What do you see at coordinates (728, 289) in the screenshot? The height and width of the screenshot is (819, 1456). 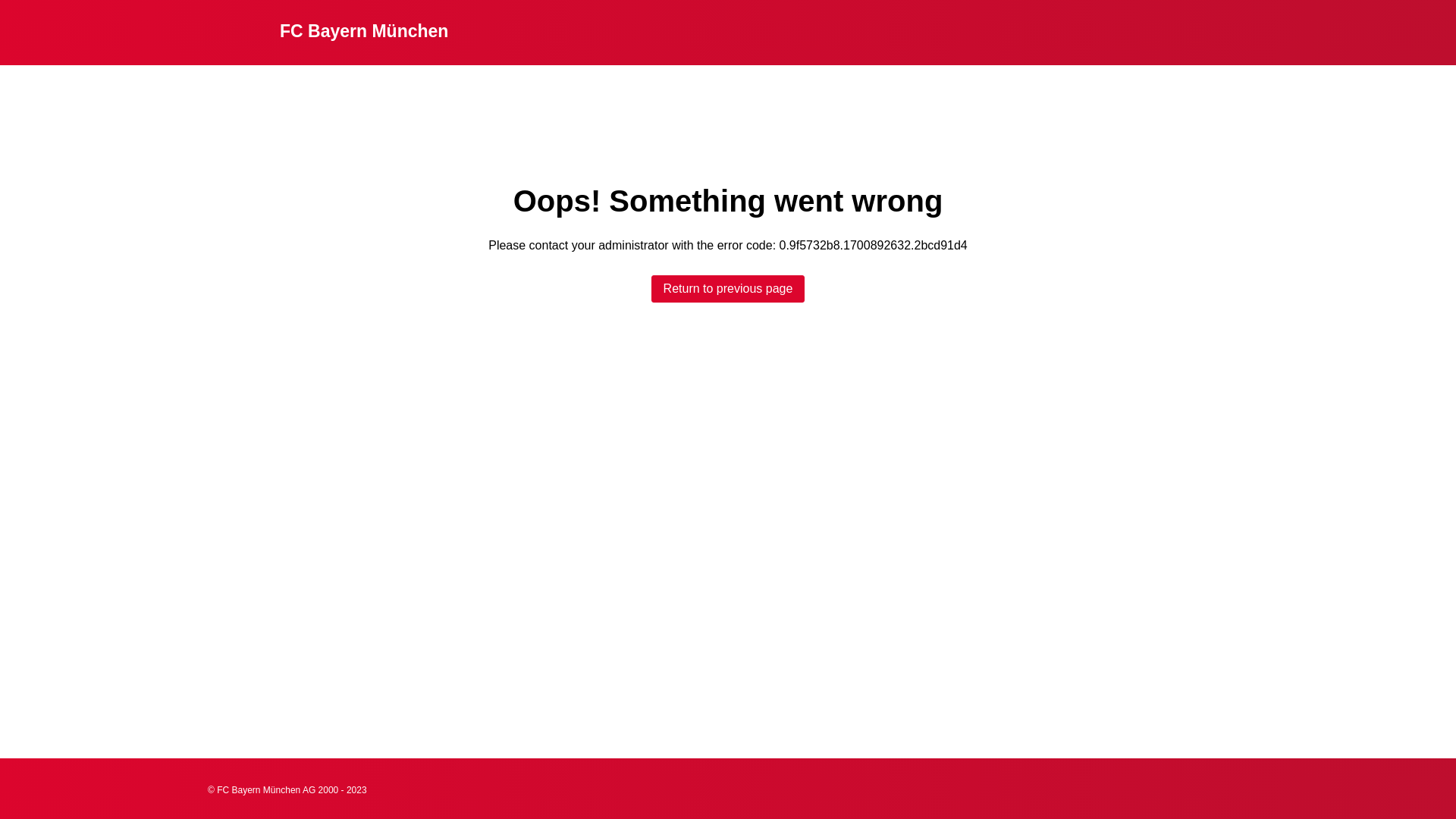 I see `'Return to previous page'` at bounding box center [728, 289].